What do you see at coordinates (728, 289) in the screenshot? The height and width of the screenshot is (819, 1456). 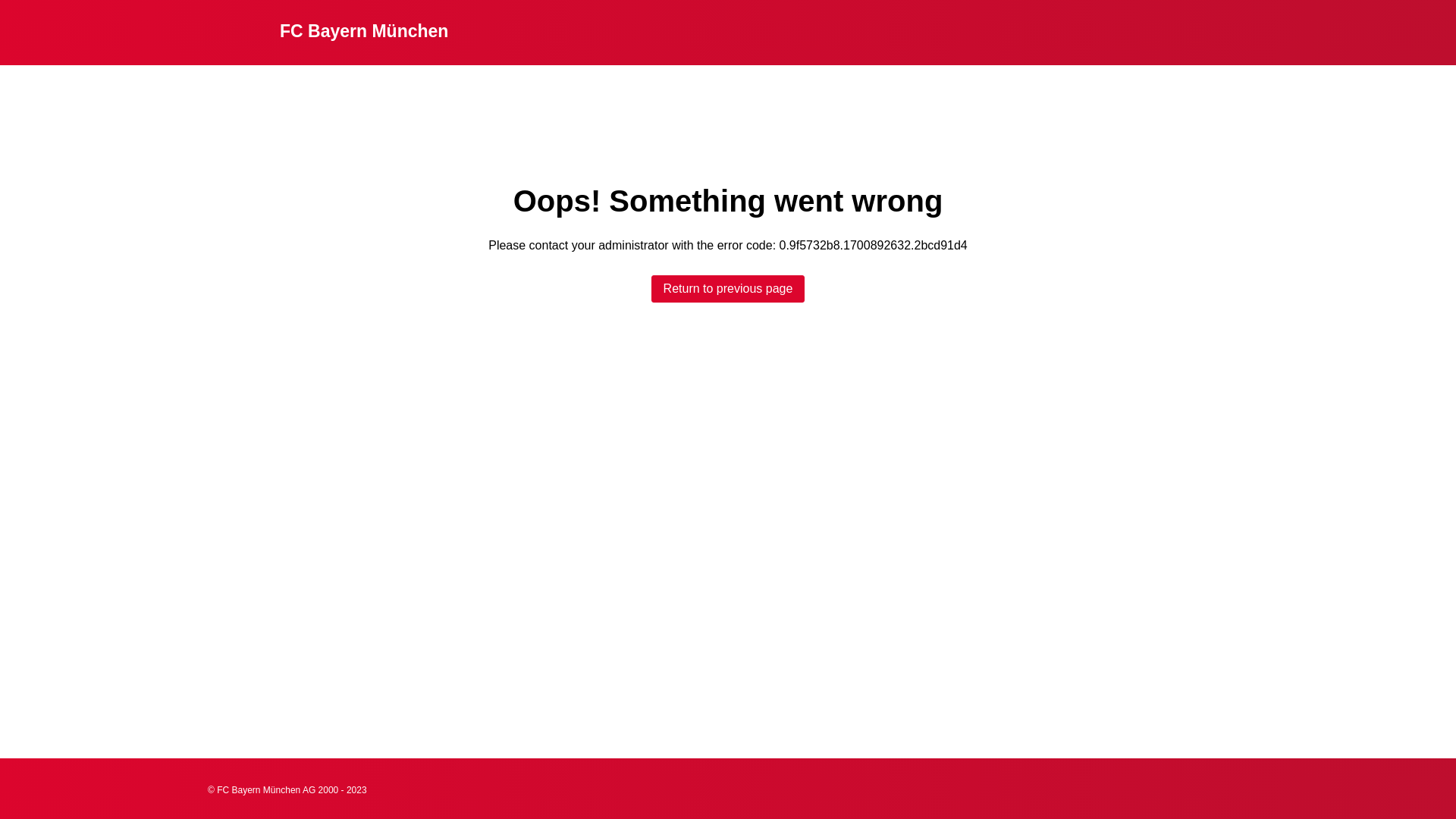 I see `'Return to previous page'` at bounding box center [728, 289].